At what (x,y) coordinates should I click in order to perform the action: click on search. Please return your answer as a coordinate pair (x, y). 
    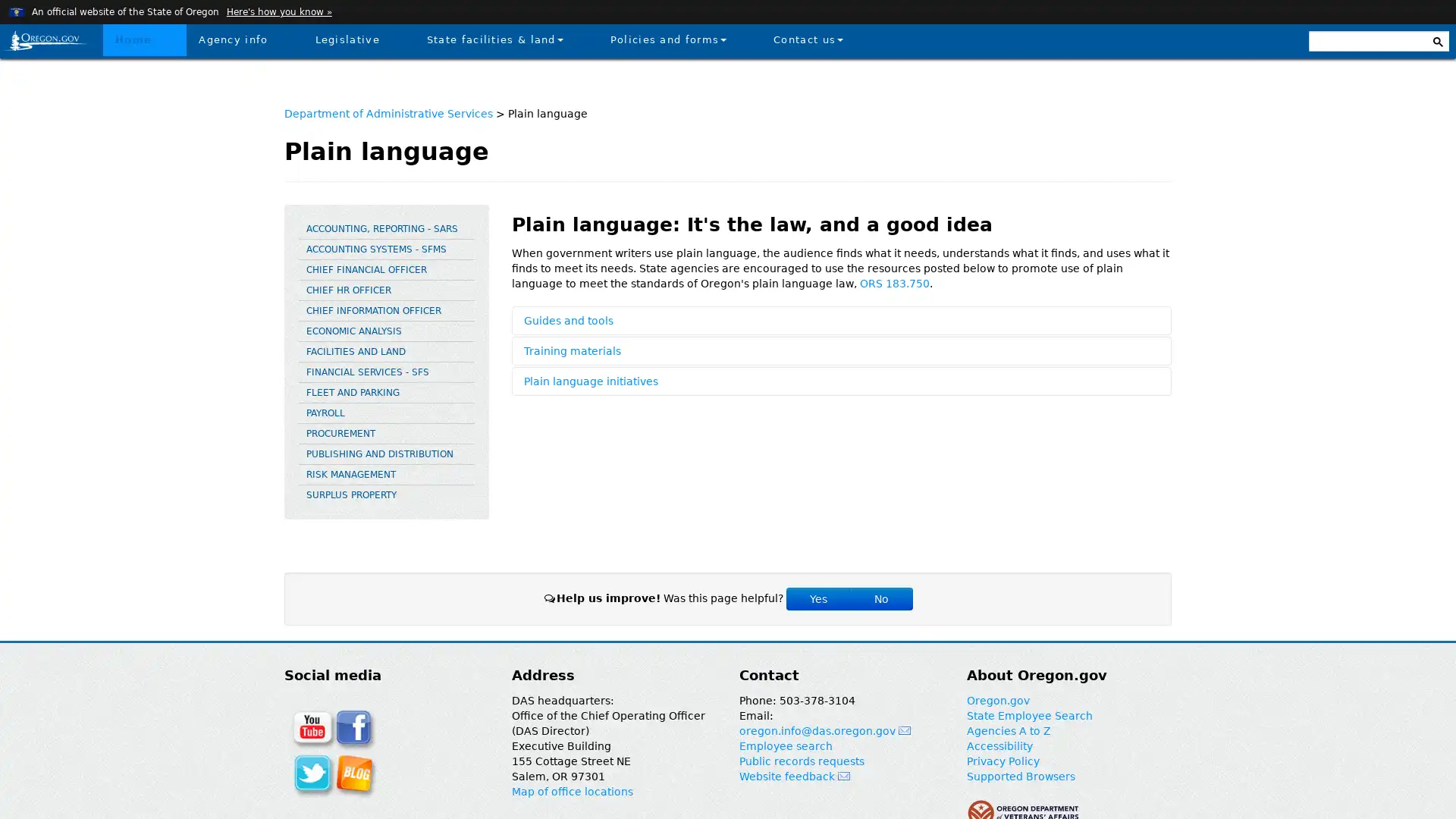
    Looking at the image, I should click on (1437, 36).